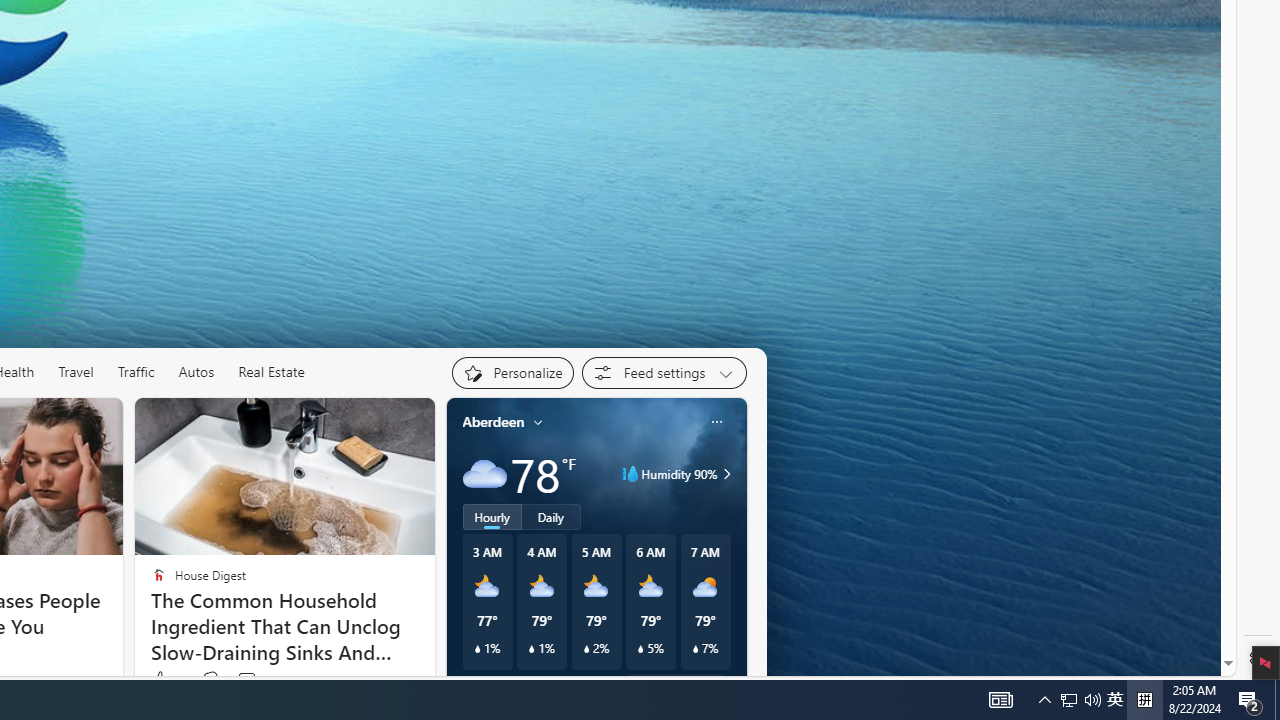 This screenshot has height=720, width=1280. What do you see at coordinates (716, 420) in the screenshot?
I see `'Class: icon-img'` at bounding box center [716, 420].